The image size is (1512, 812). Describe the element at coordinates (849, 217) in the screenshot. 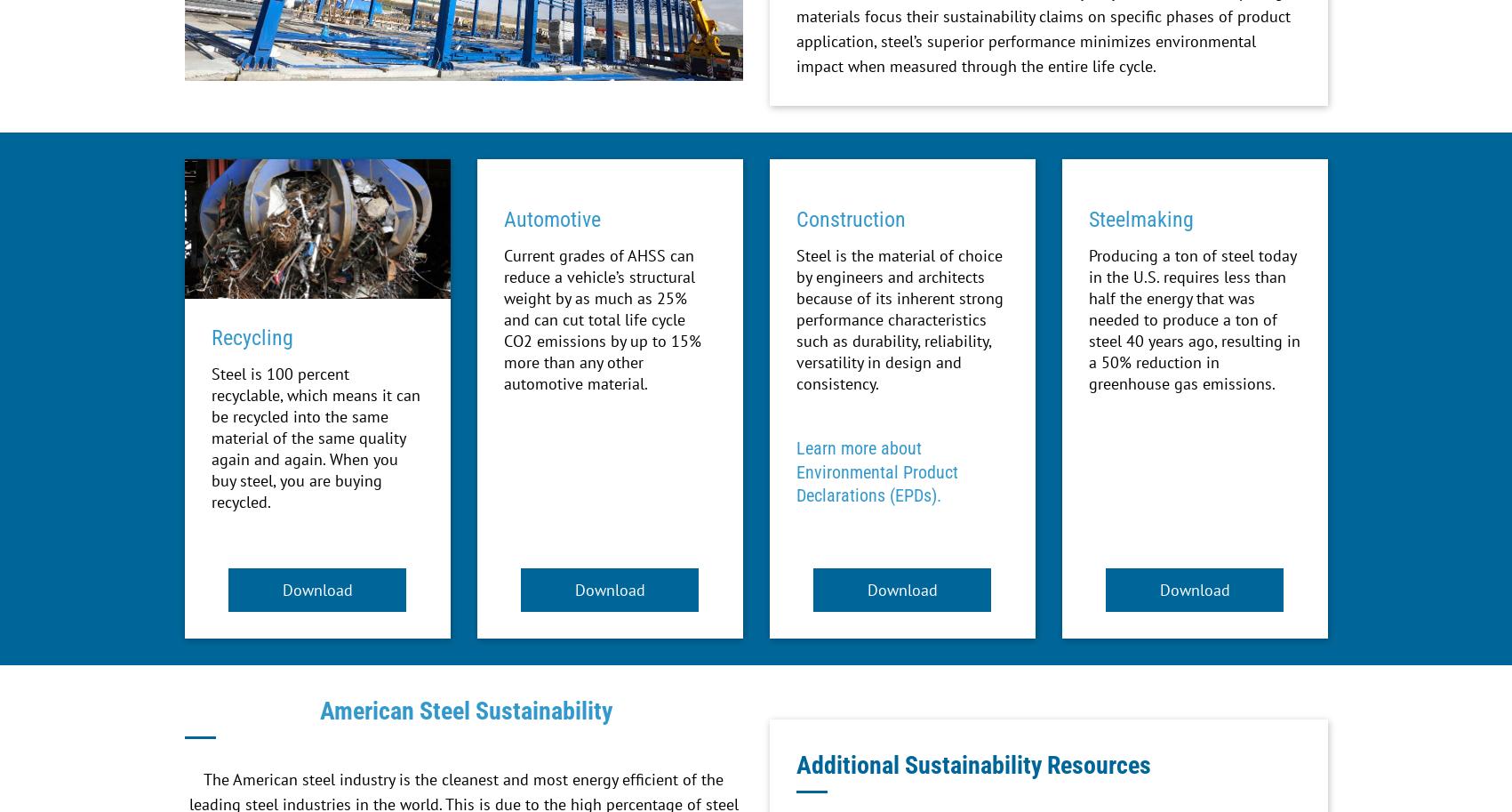

I see `'Construction'` at that location.